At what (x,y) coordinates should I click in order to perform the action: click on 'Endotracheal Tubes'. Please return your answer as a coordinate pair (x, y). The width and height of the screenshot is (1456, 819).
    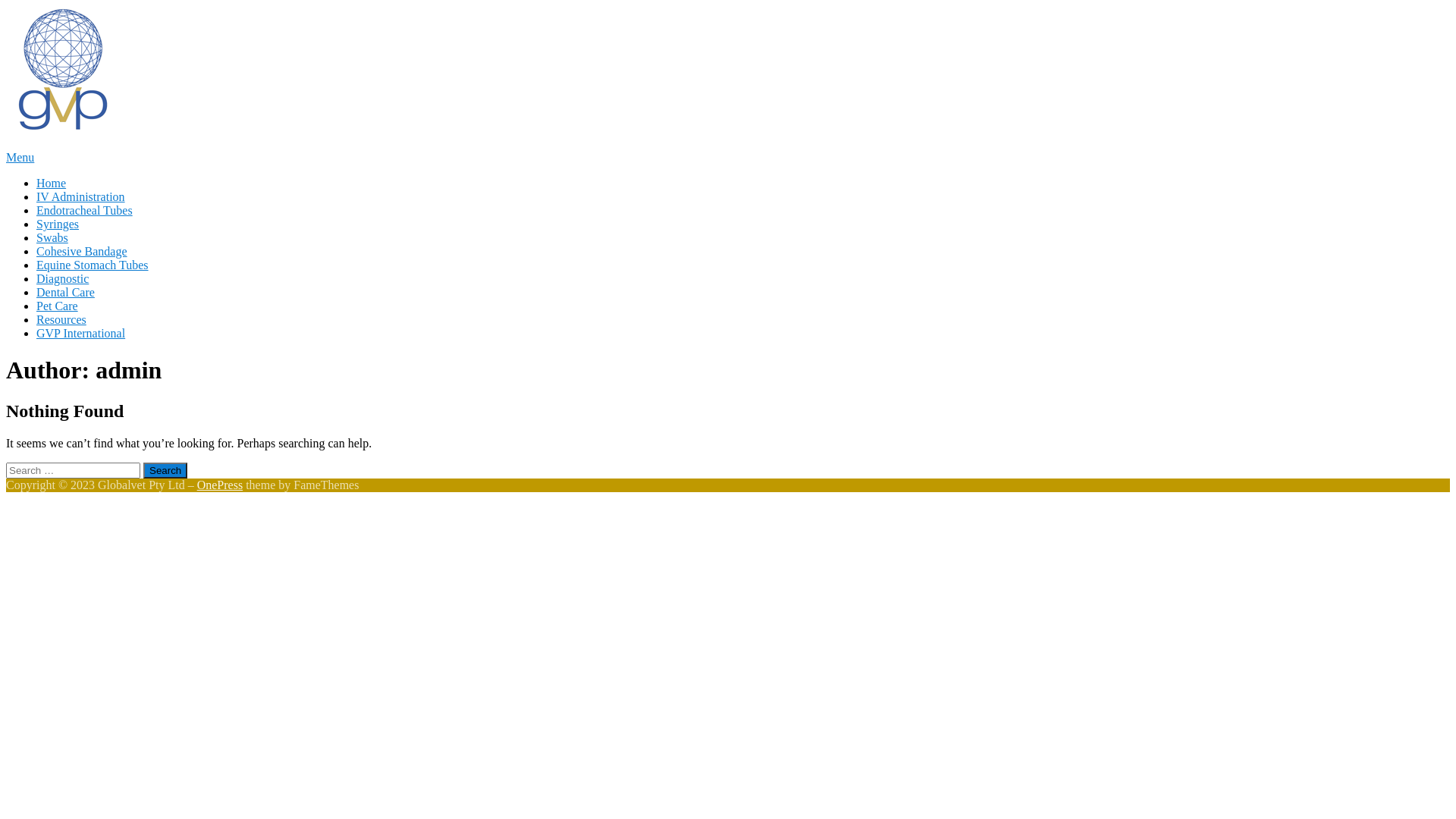
    Looking at the image, I should click on (83, 210).